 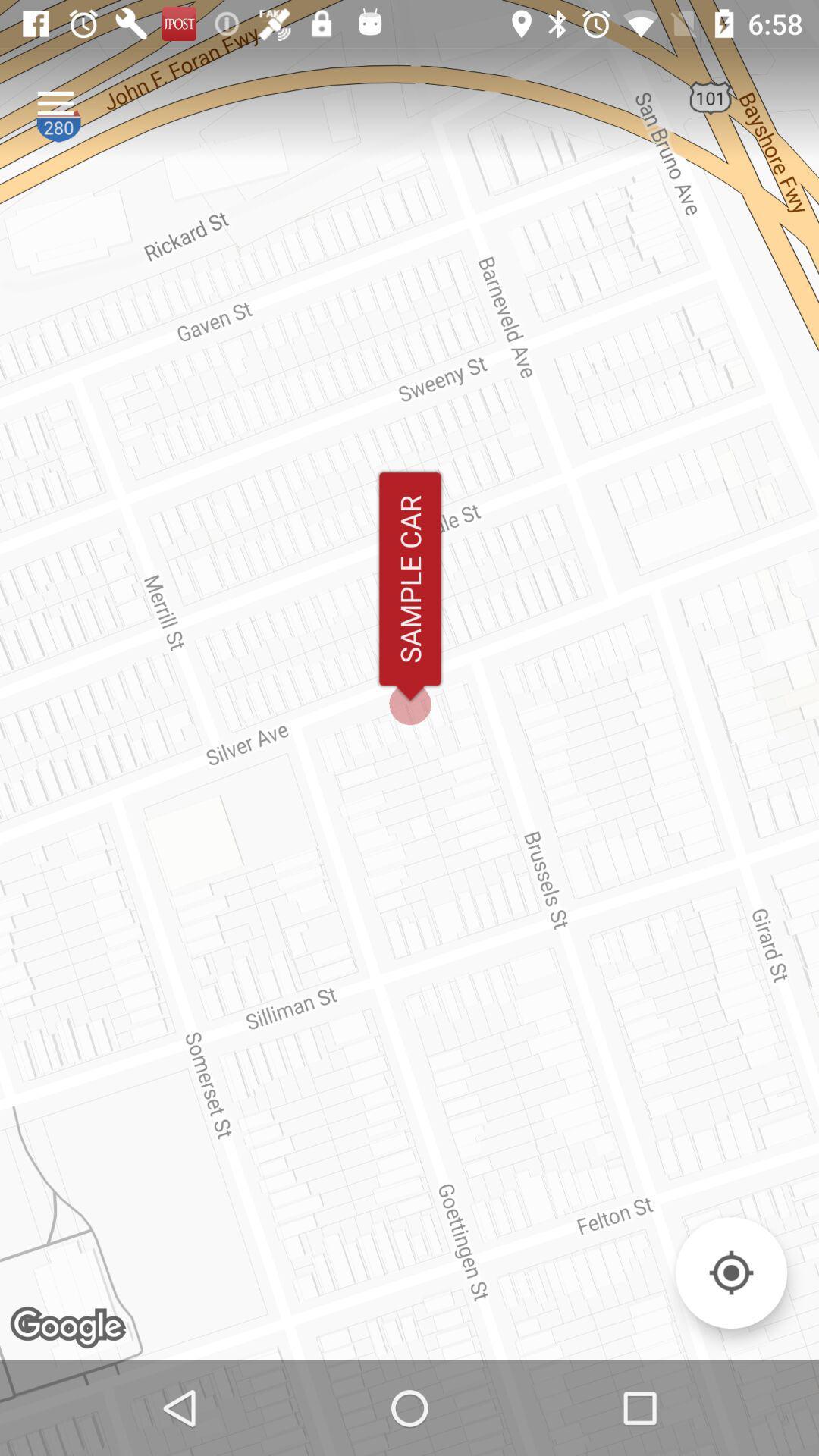 I want to click on the location_crosshair icon, so click(x=730, y=1272).